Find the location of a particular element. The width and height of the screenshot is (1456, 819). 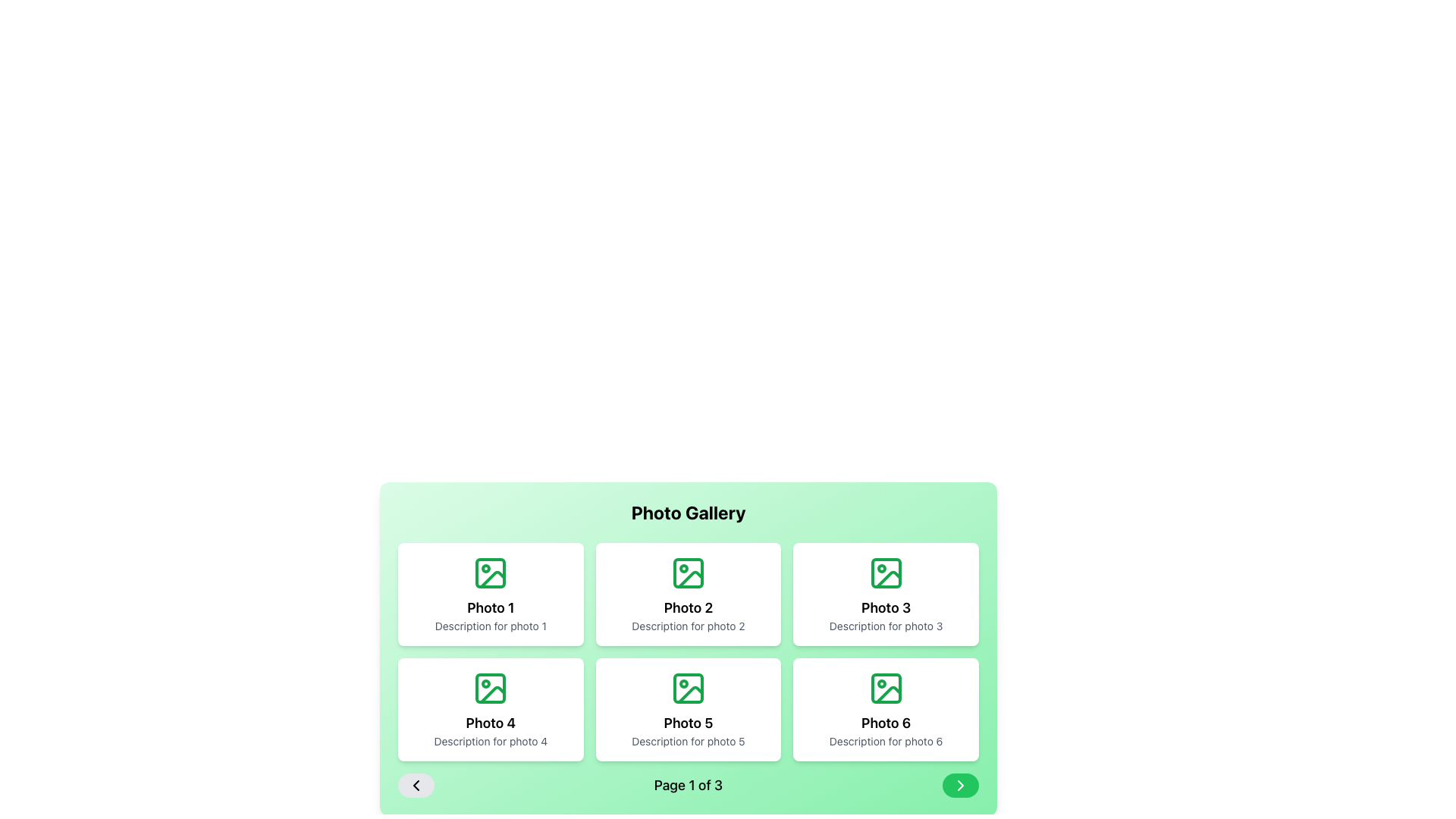

the first card in the second row of the photo gallery, which serves as a preview for 'Photo 4.' is located at coordinates (491, 710).